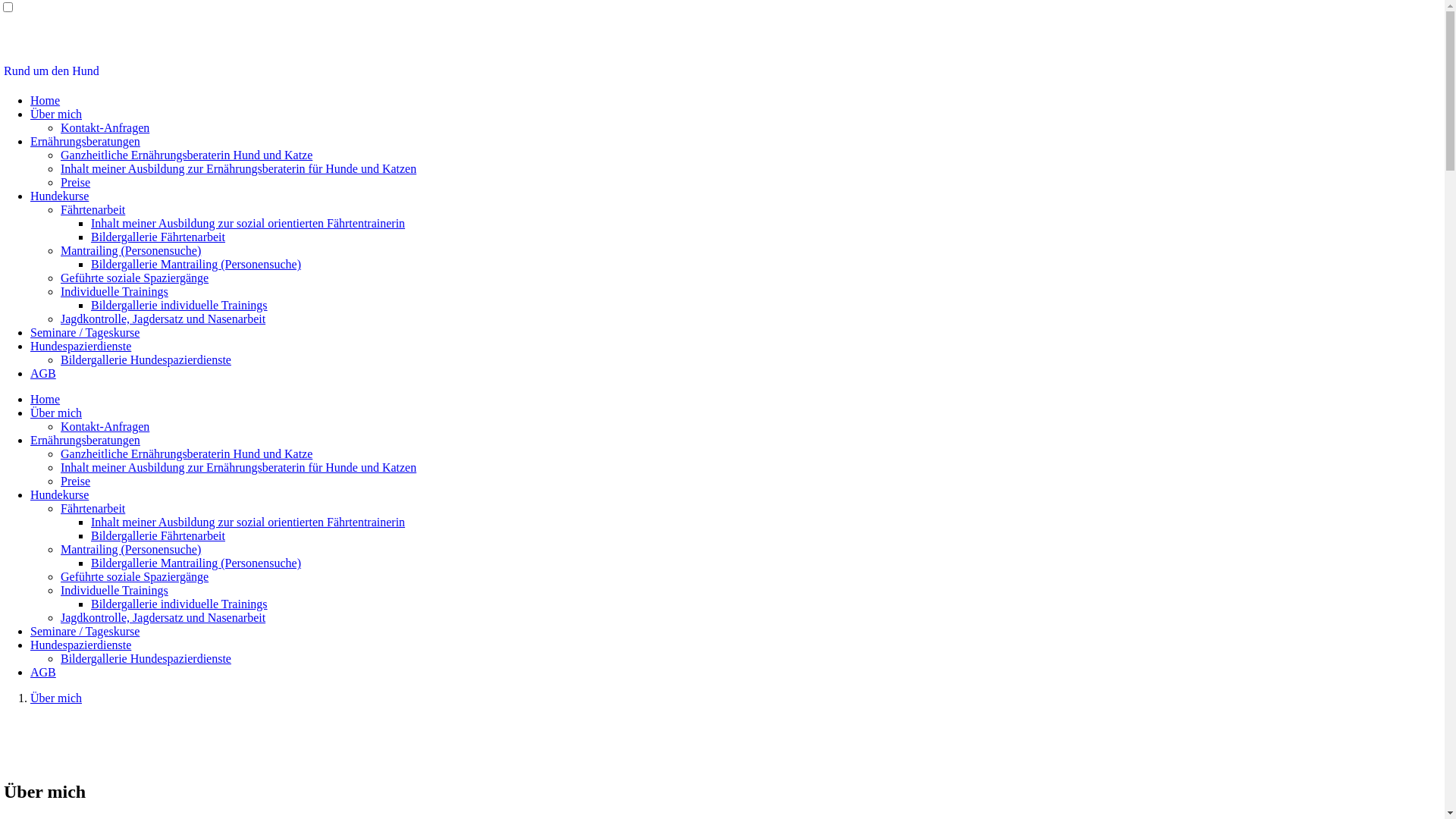 This screenshot has height=819, width=1456. Describe the element at coordinates (113, 589) in the screenshot. I see `'Individuelle Trainings'` at that location.